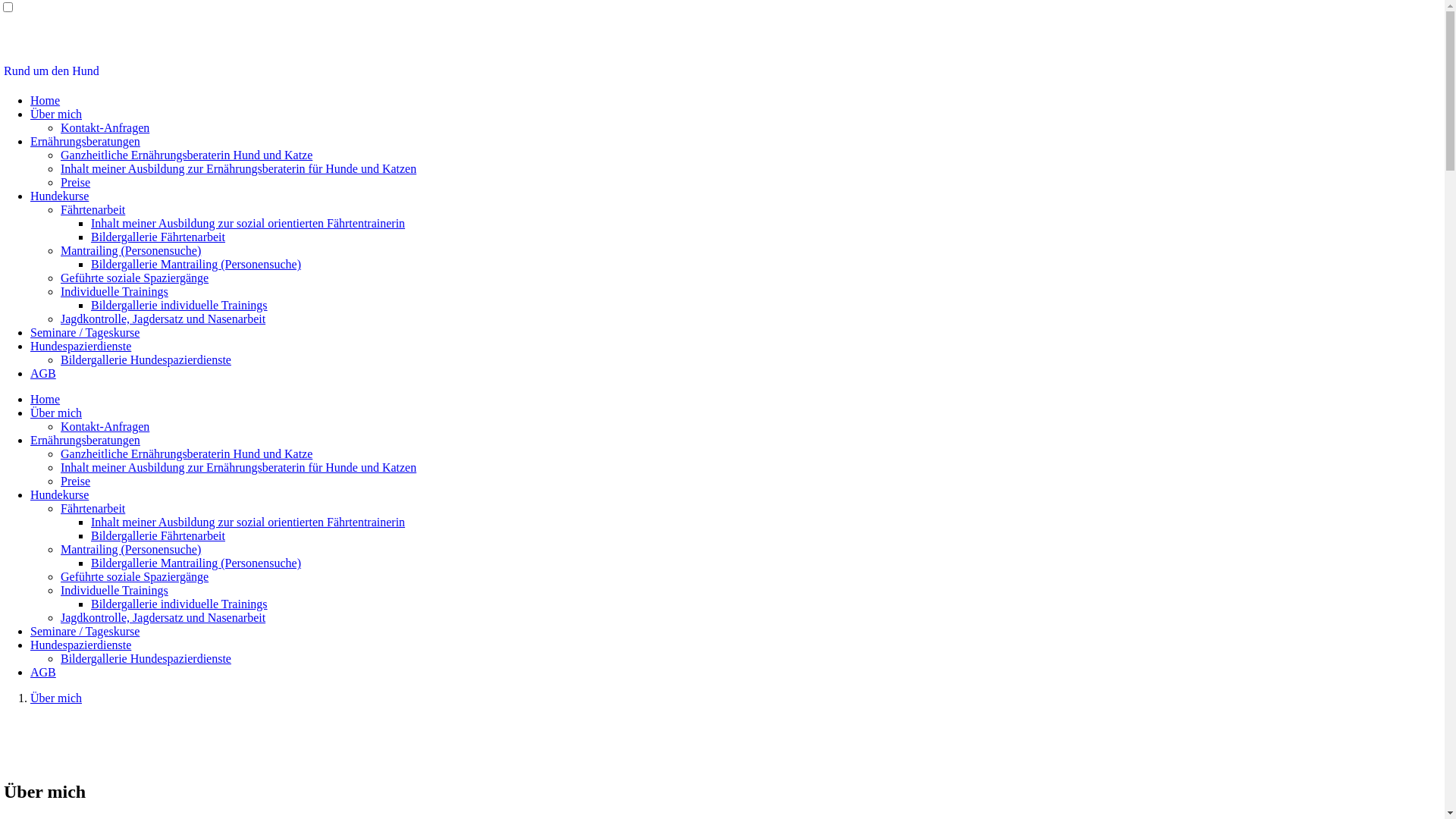 This screenshot has height=819, width=1456. Describe the element at coordinates (113, 589) in the screenshot. I see `'Individuelle Trainings'` at that location.